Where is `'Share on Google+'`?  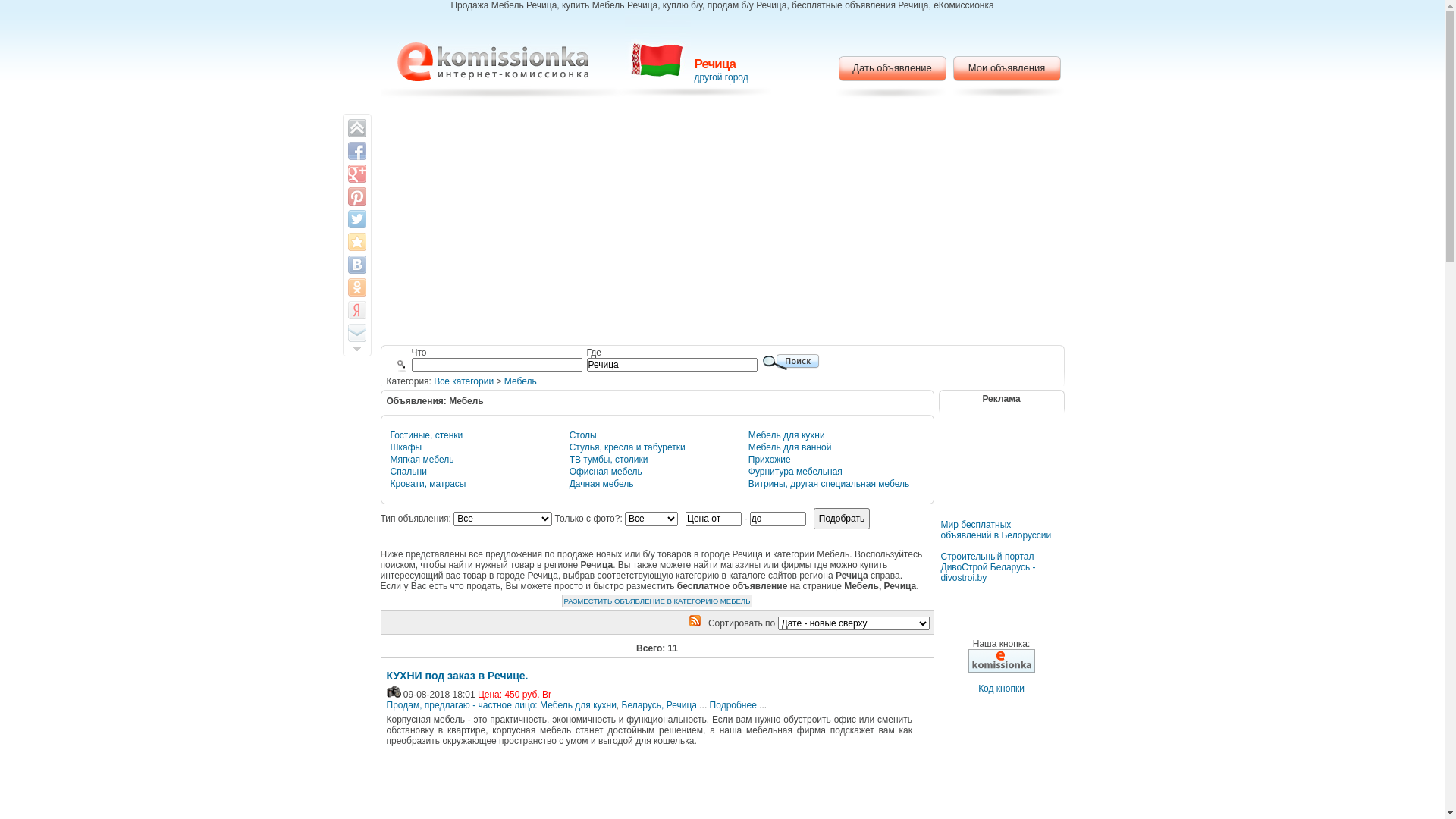
'Share on Google+' is located at coordinates (356, 172).